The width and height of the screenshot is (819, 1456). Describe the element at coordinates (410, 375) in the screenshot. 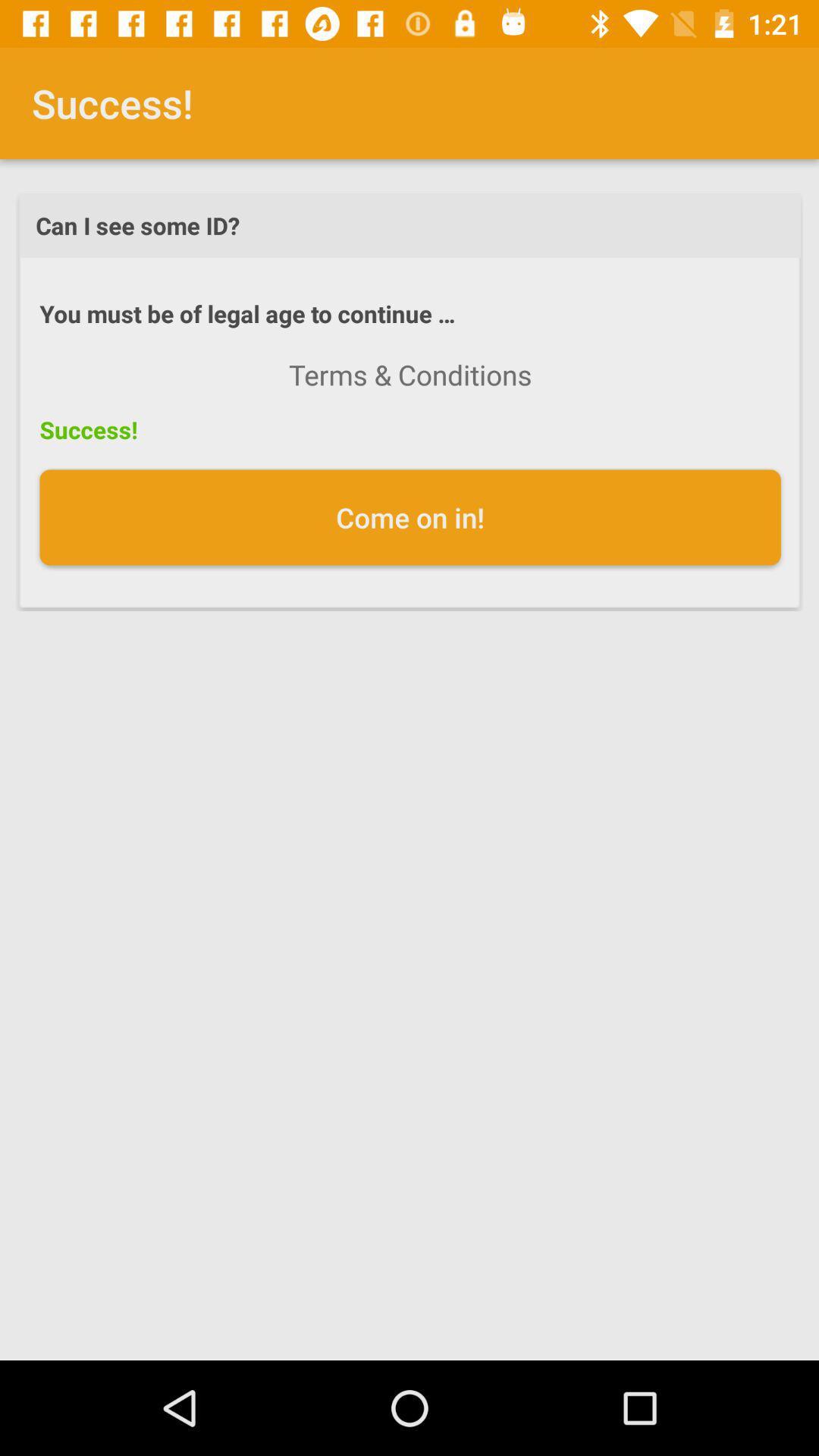

I see `the item next to the success! item` at that location.